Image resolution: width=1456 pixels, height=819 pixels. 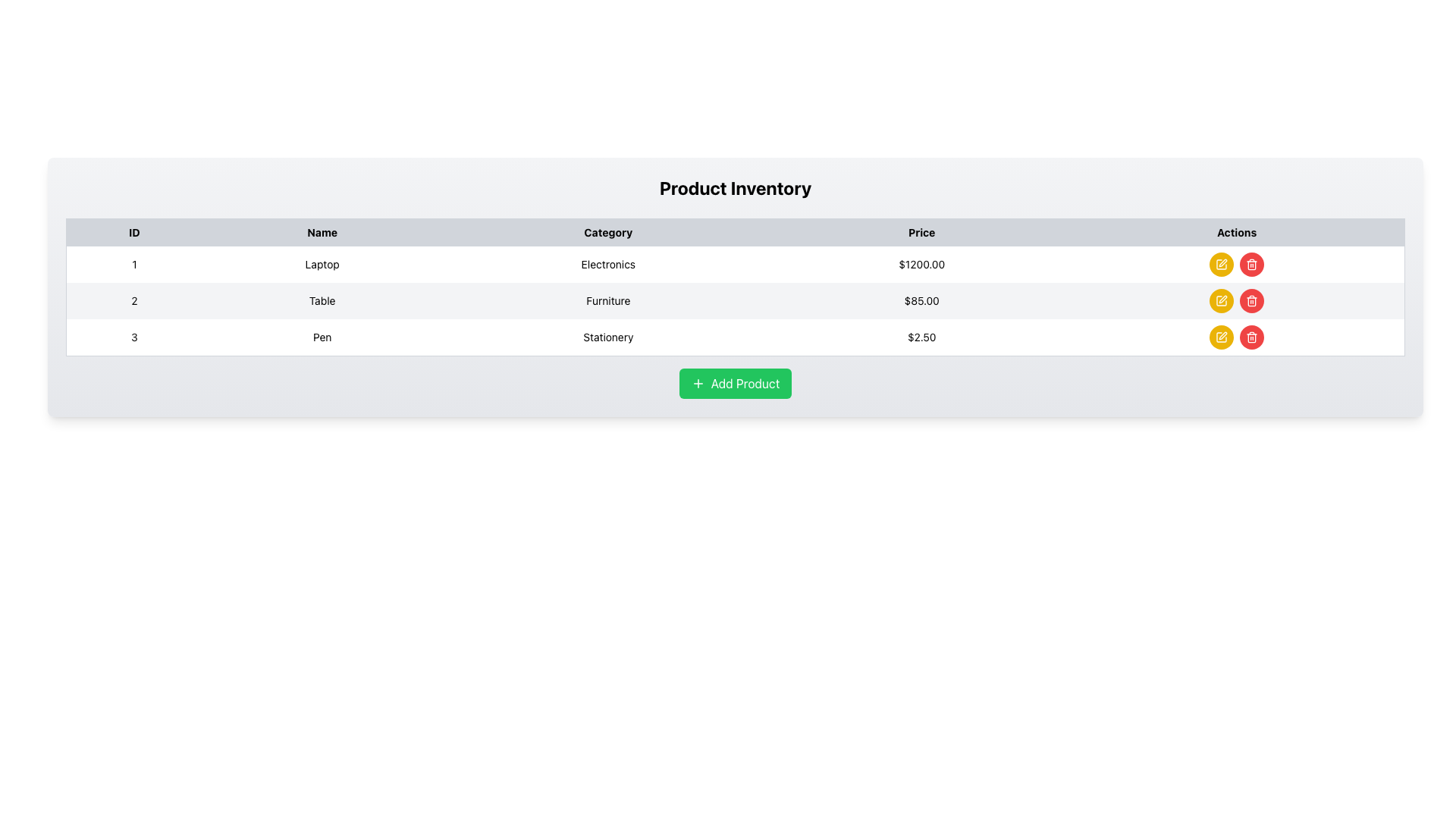 I want to click on the trash can icon button with a bold red circular background located in the 'Actions' column of the data table to initiate deletion of an item, so click(x=1252, y=263).